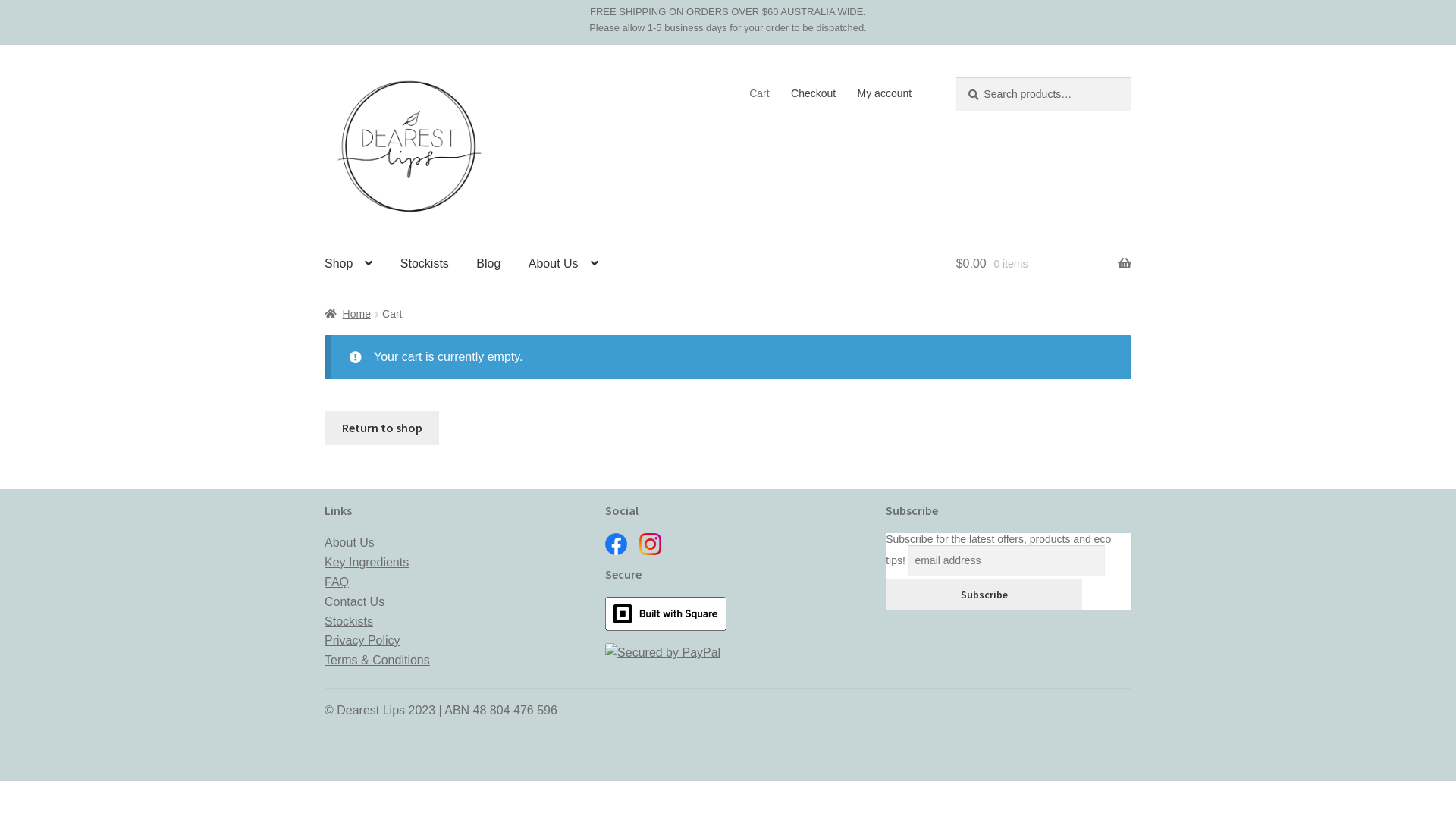 The width and height of the screenshot is (1456, 819). Describe the element at coordinates (366, 562) in the screenshot. I see `'Key Ingredients'` at that location.